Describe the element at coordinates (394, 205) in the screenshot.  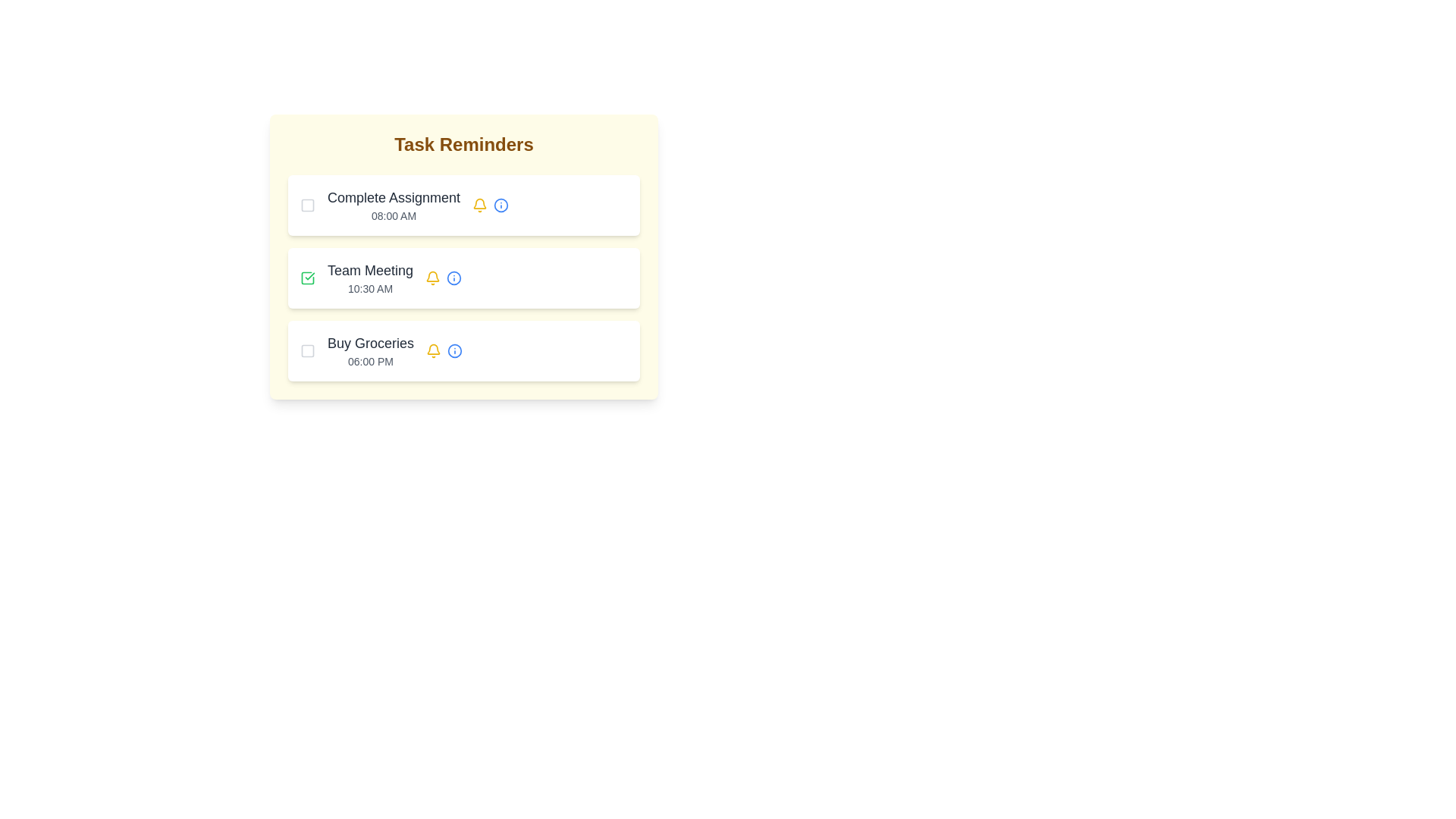
I see `contents of the text label displaying 'Complete Assignment' and '08:00 AM', which is styled with a bold title and a smaller time element, located in the topmost task reminder entry` at that location.